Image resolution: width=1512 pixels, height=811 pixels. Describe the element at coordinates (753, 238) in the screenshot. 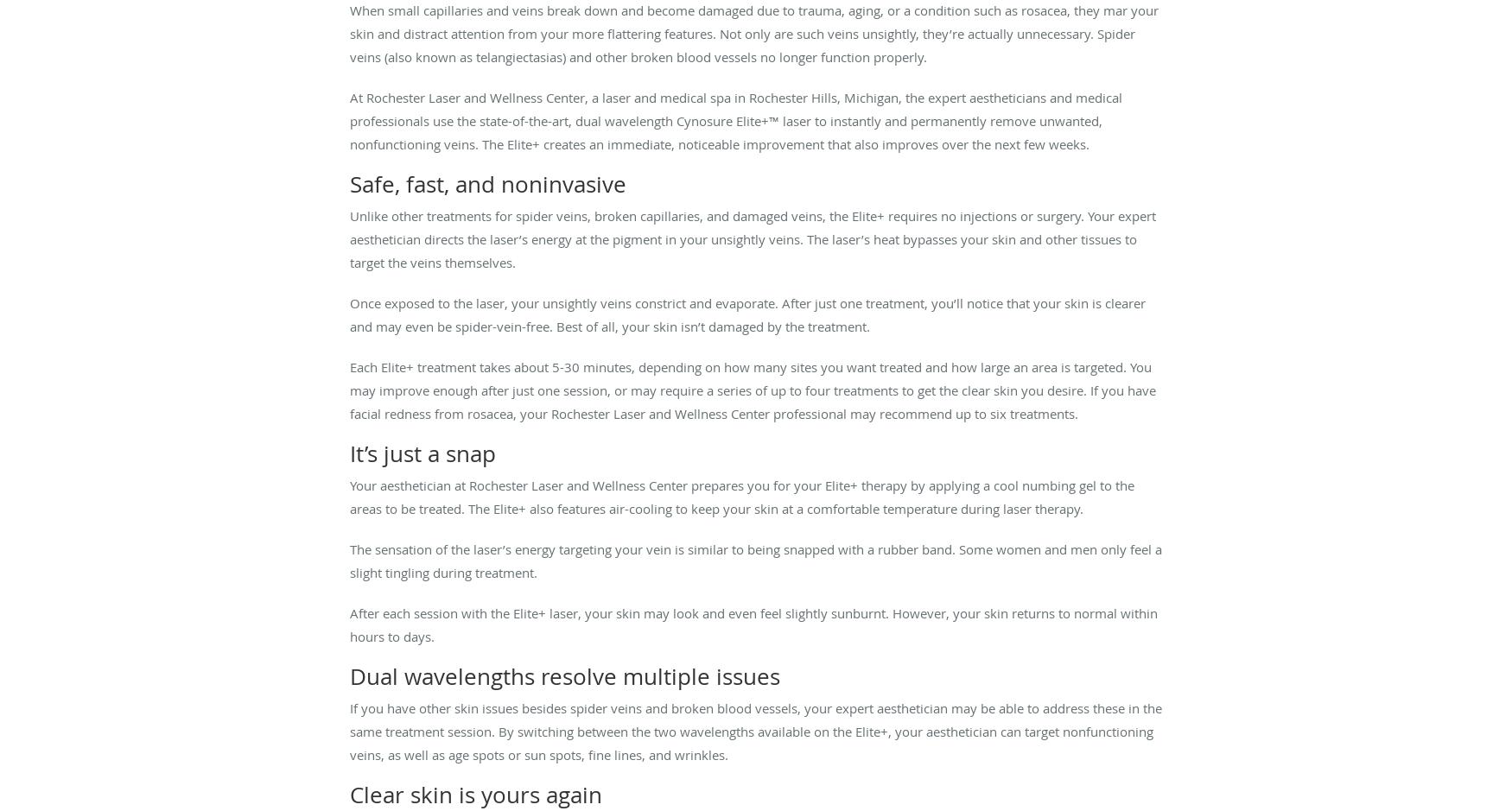

I see `'Unlike other treatments for spider veins, broken capillaries, and damaged veins, the Elite+ requires no injections or surgery. Your expert aesthetician directs the laser’s energy at the pigment in your unsightly veins. The laser’s heat bypasses your skin and other tissues to target the veins themselves.'` at that location.